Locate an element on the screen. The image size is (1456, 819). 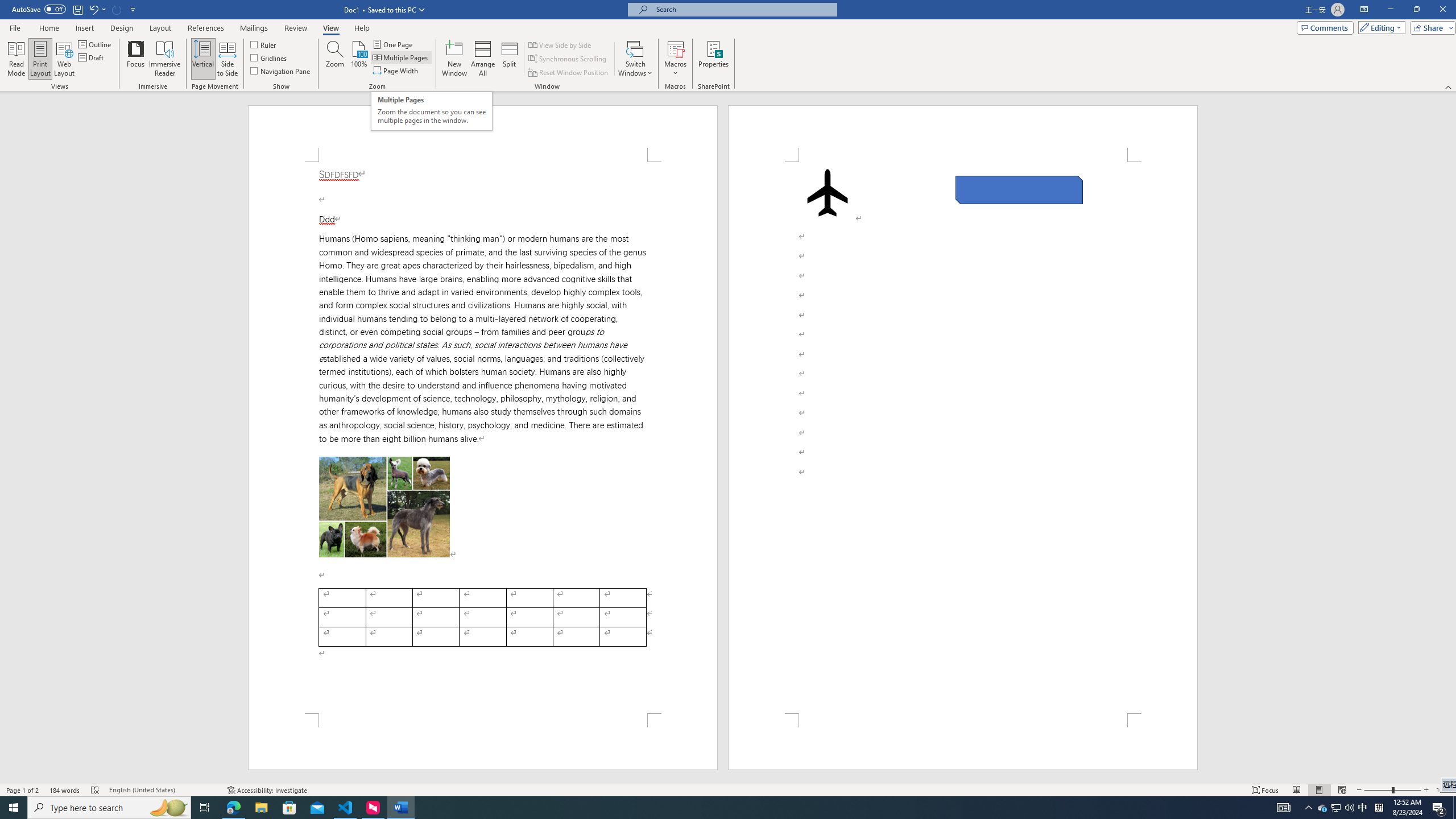
'Page 1 content' is located at coordinates (482, 437).